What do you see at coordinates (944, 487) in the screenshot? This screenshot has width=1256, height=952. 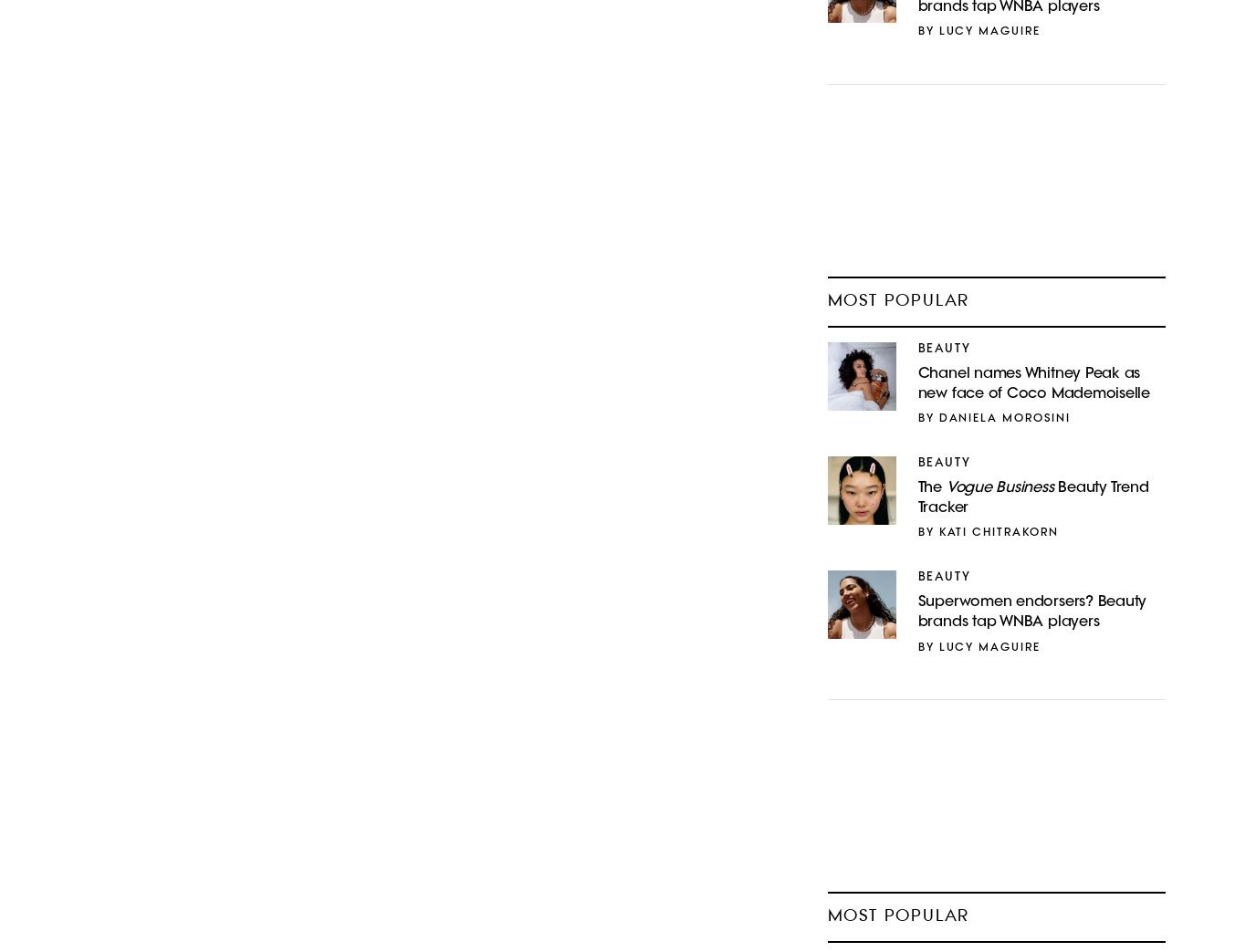 I see `'Vogue Business'` at bounding box center [944, 487].